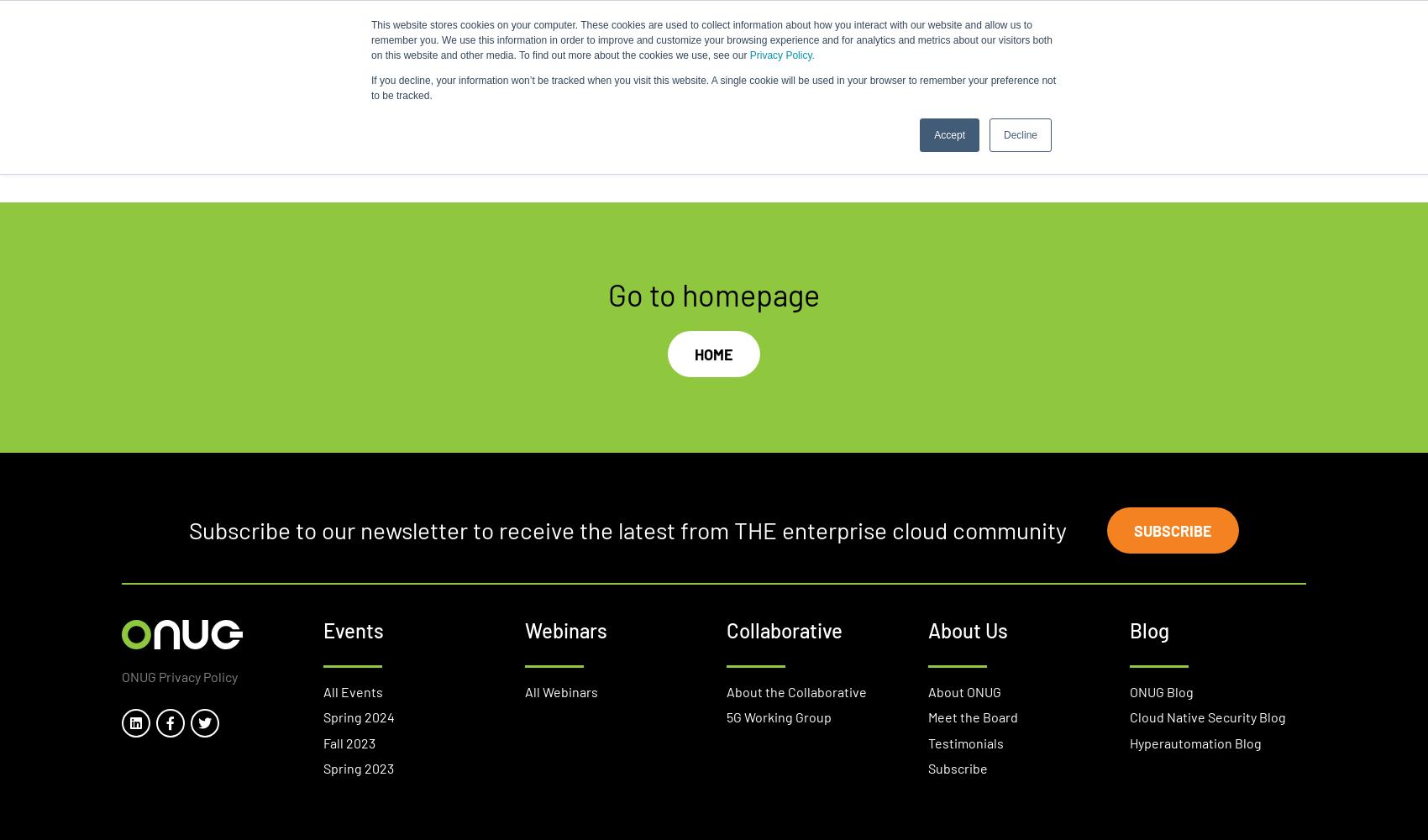 Image resolution: width=1428 pixels, height=840 pixels. What do you see at coordinates (966, 742) in the screenshot?
I see `'Testimonials'` at bounding box center [966, 742].